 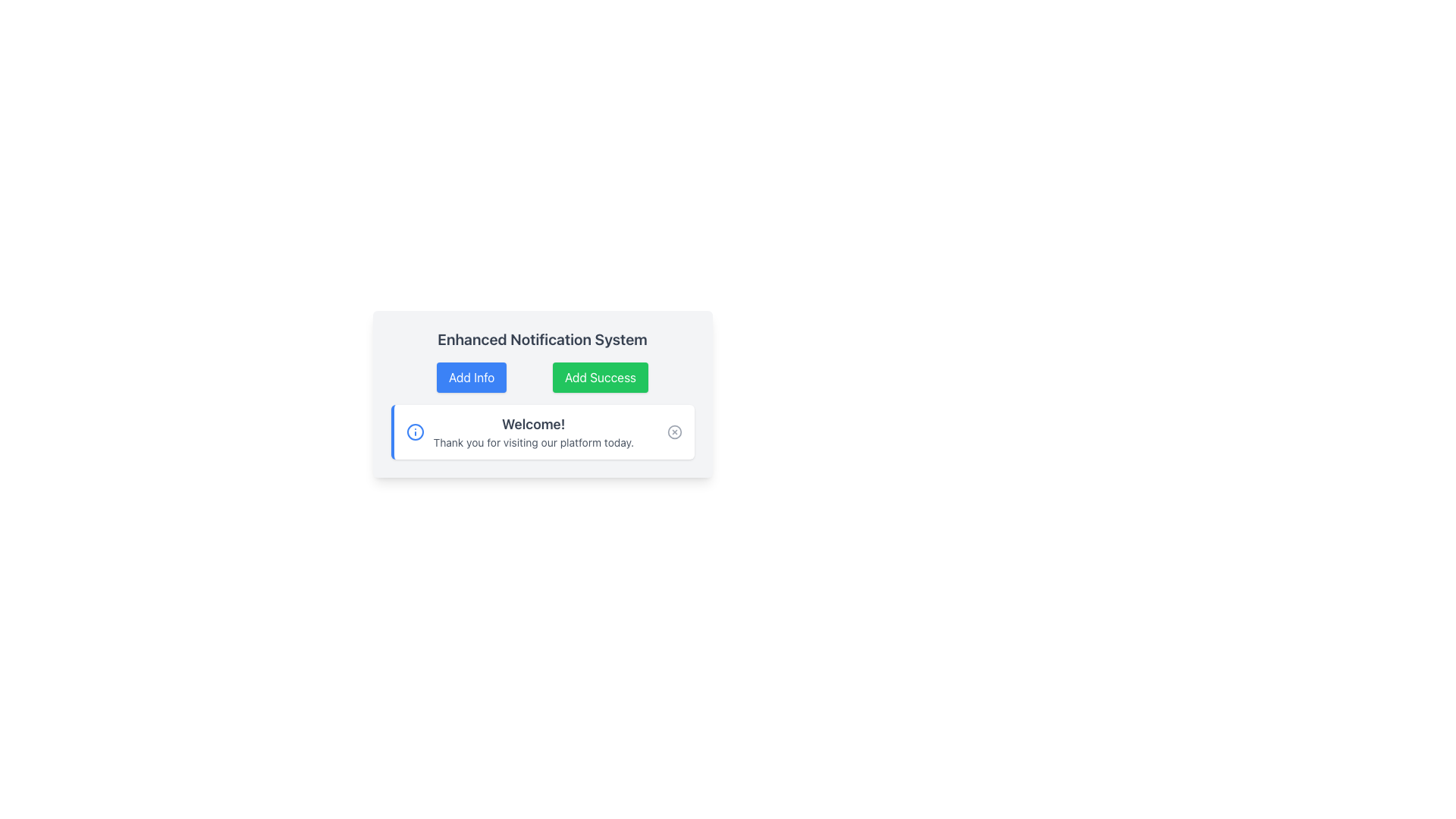 I want to click on the information icon, so click(x=415, y=432).